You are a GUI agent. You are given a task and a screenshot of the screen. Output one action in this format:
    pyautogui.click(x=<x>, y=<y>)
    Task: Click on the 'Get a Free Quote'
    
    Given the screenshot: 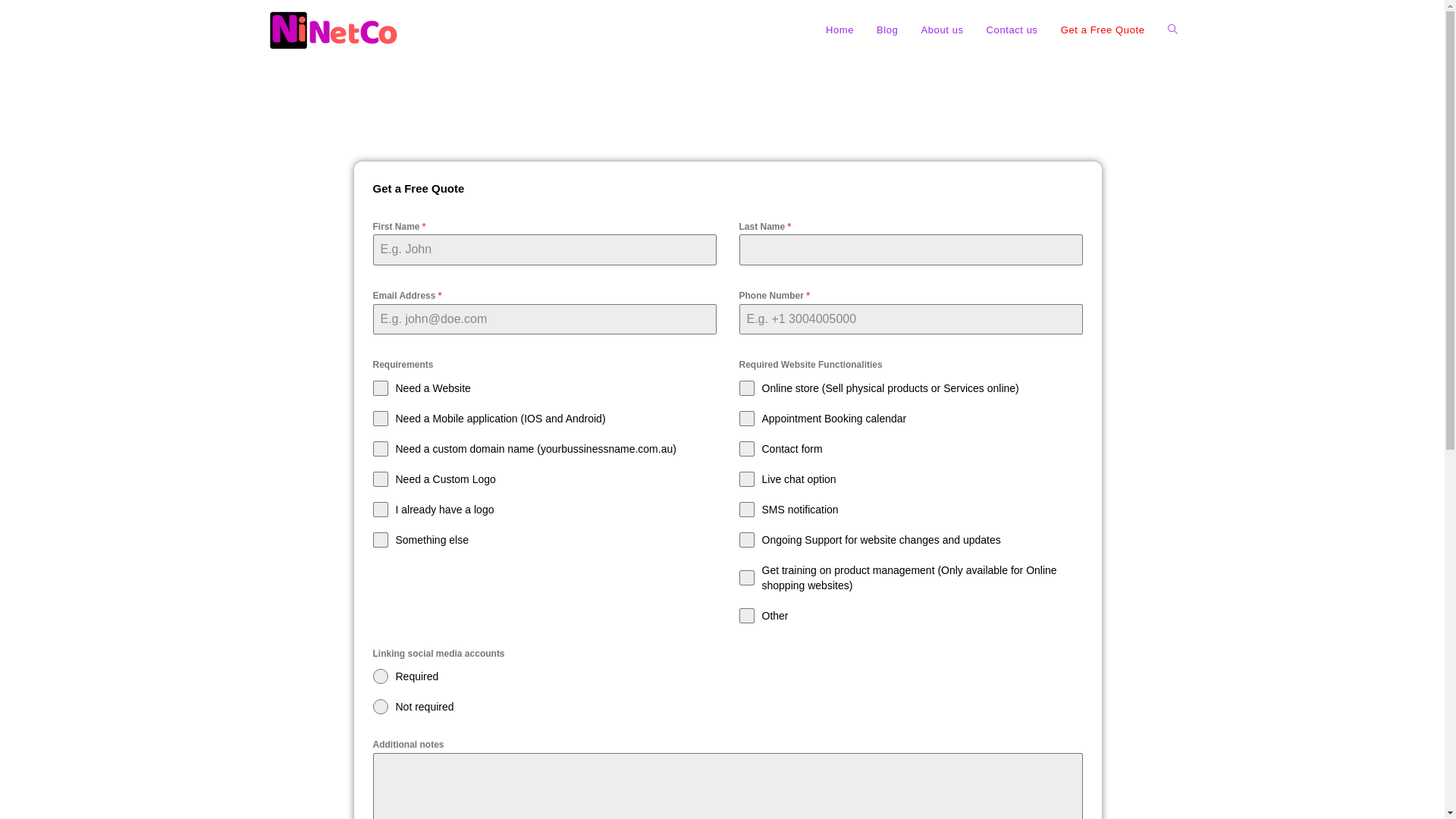 What is the action you would take?
    pyautogui.click(x=1103, y=30)
    